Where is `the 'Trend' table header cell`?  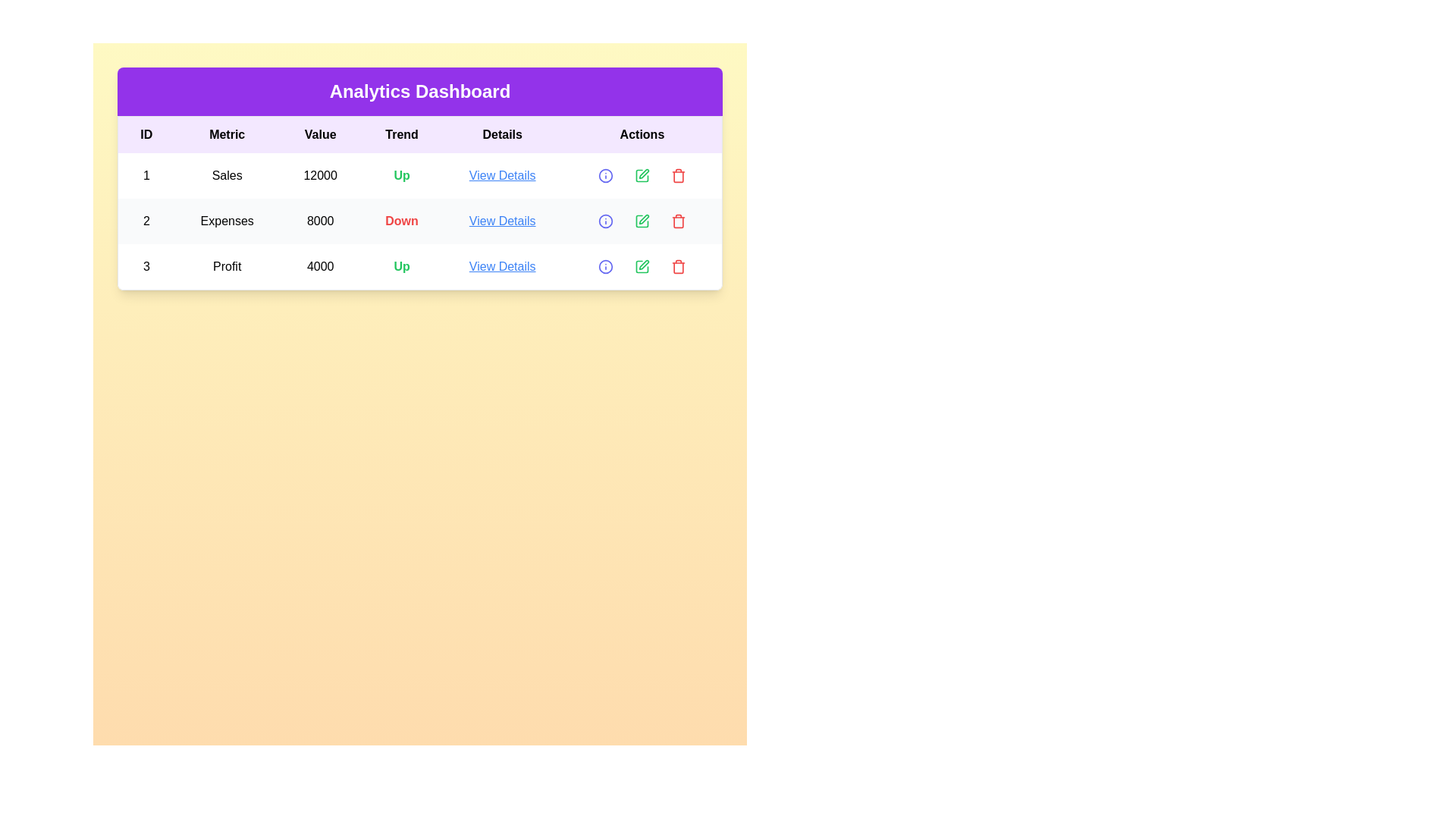 the 'Trend' table header cell is located at coordinates (402, 133).